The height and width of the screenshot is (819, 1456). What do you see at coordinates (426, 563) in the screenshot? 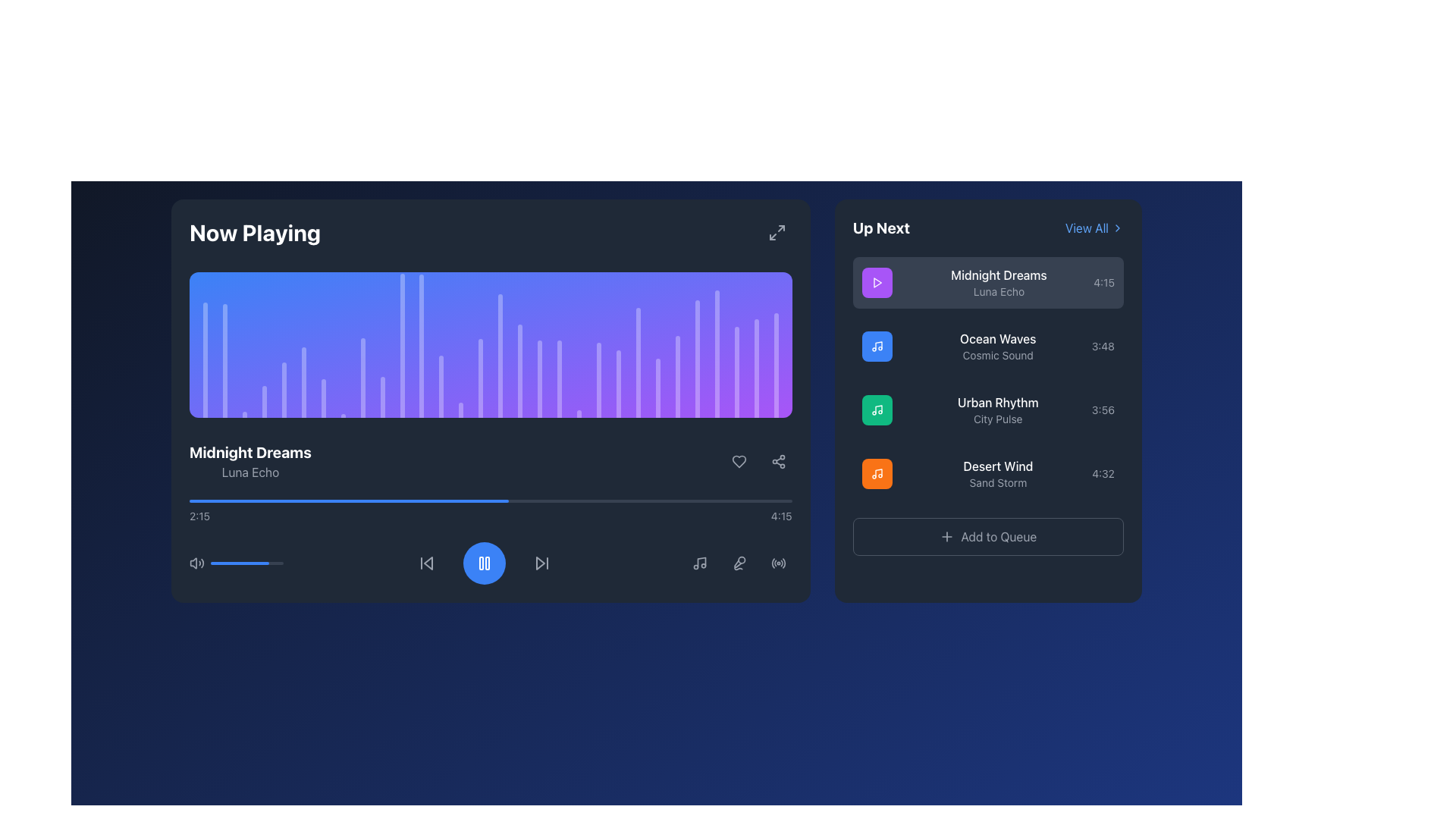
I see `the backward navigation icon, which is a gray triangle with a vertical line on its left, located in the playback controls of the music player` at bounding box center [426, 563].